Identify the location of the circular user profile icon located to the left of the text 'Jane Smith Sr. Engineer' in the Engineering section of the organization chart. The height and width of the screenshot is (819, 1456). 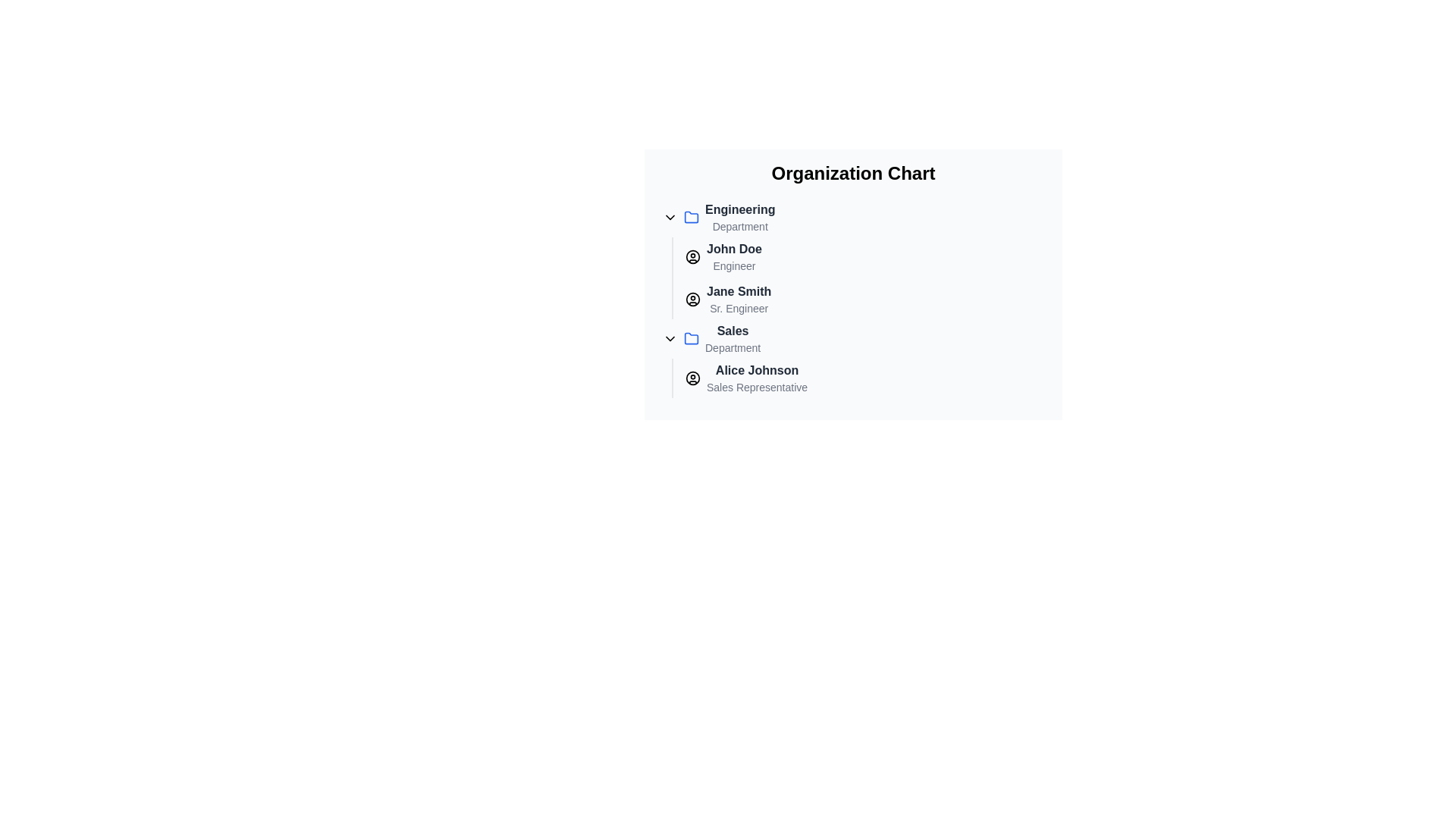
(692, 299).